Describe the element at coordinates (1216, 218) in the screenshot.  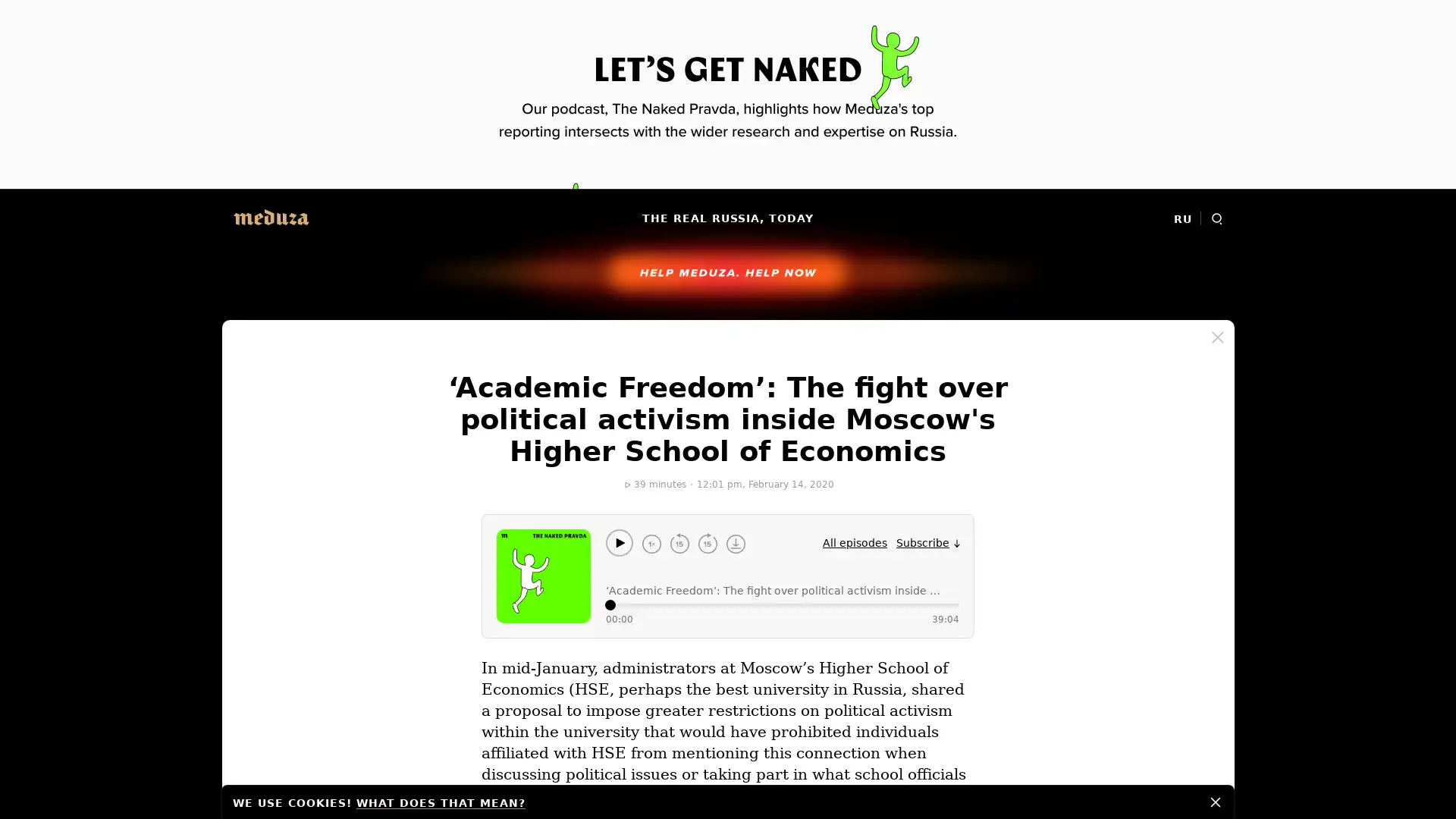
I see `Search` at that location.